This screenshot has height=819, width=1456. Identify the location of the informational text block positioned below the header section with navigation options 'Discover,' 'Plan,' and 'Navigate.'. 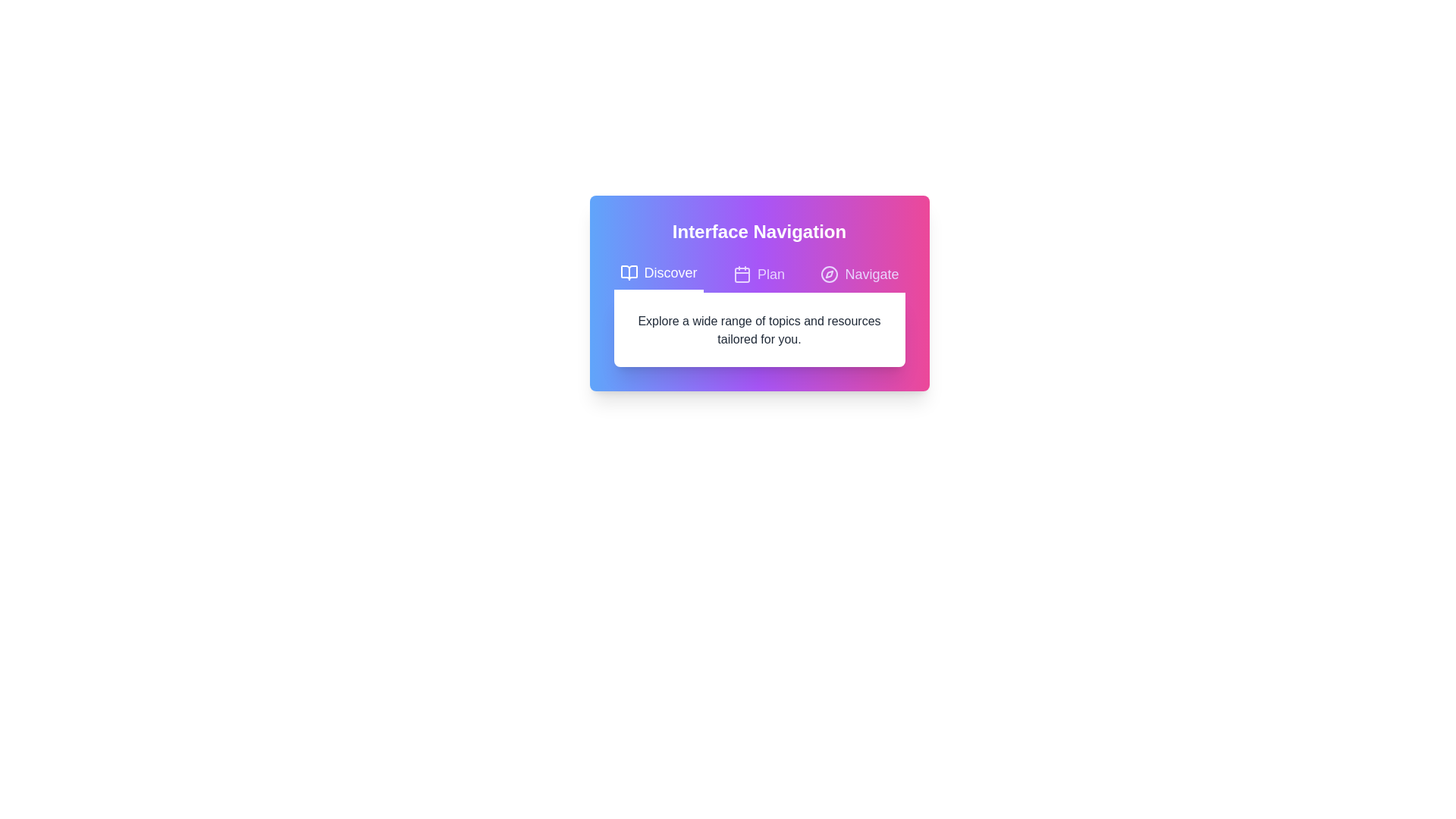
(759, 329).